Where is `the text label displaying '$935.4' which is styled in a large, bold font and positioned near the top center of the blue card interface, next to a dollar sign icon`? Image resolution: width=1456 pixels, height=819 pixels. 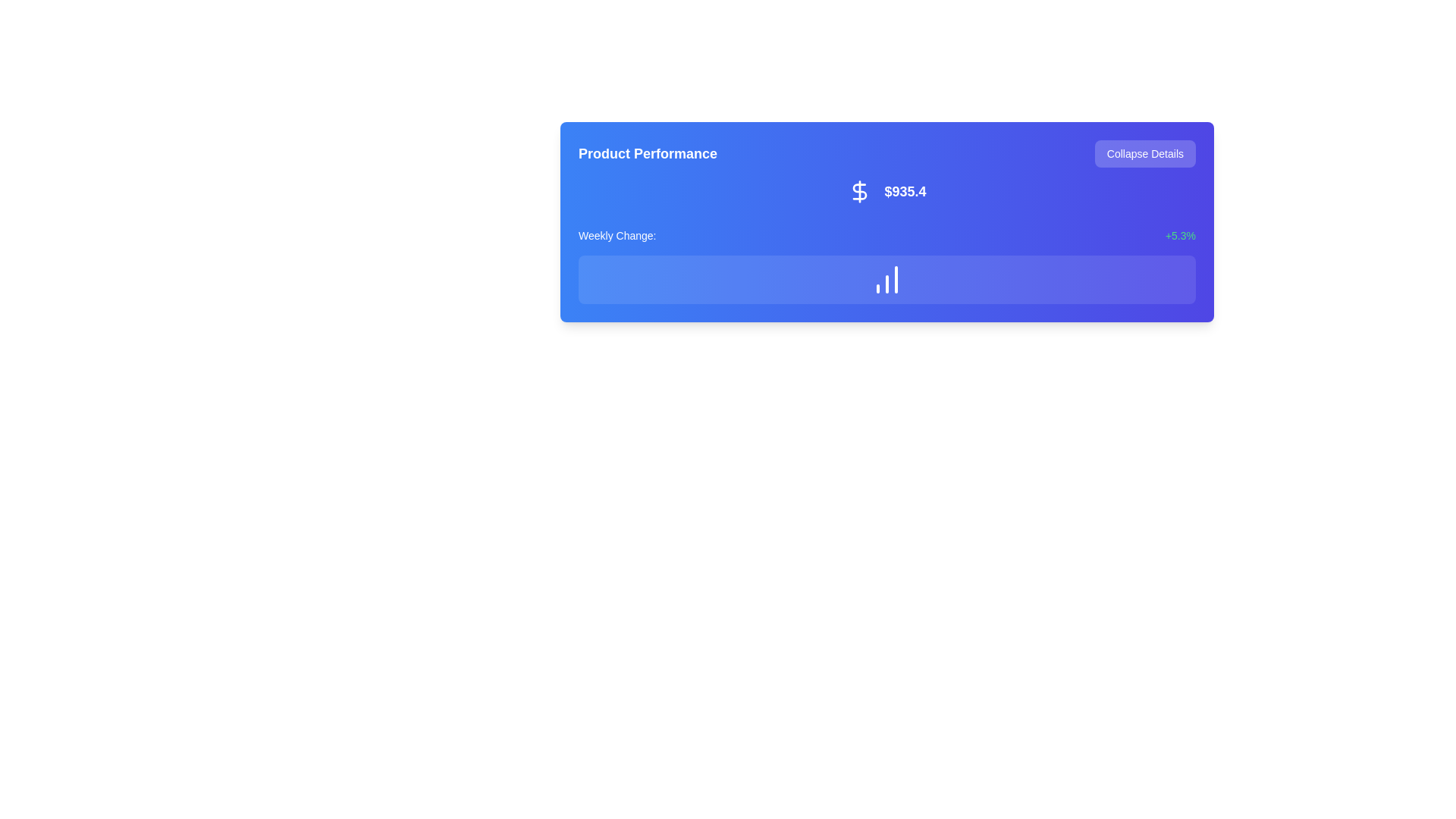 the text label displaying '$935.4' which is styled in a large, bold font and positioned near the top center of the blue card interface, next to a dollar sign icon is located at coordinates (905, 191).